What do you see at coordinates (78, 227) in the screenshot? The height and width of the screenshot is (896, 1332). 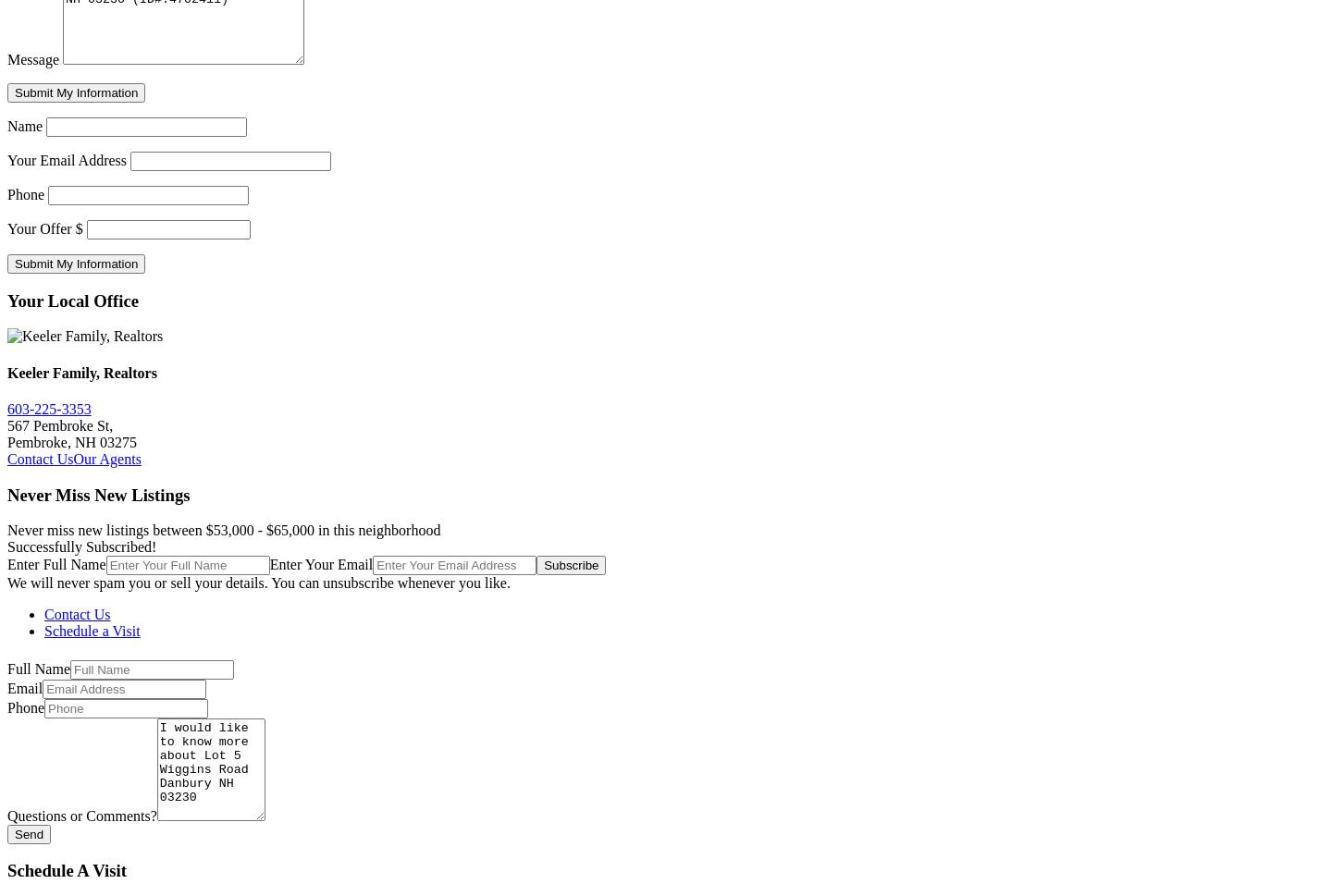 I see `'$'` at bounding box center [78, 227].